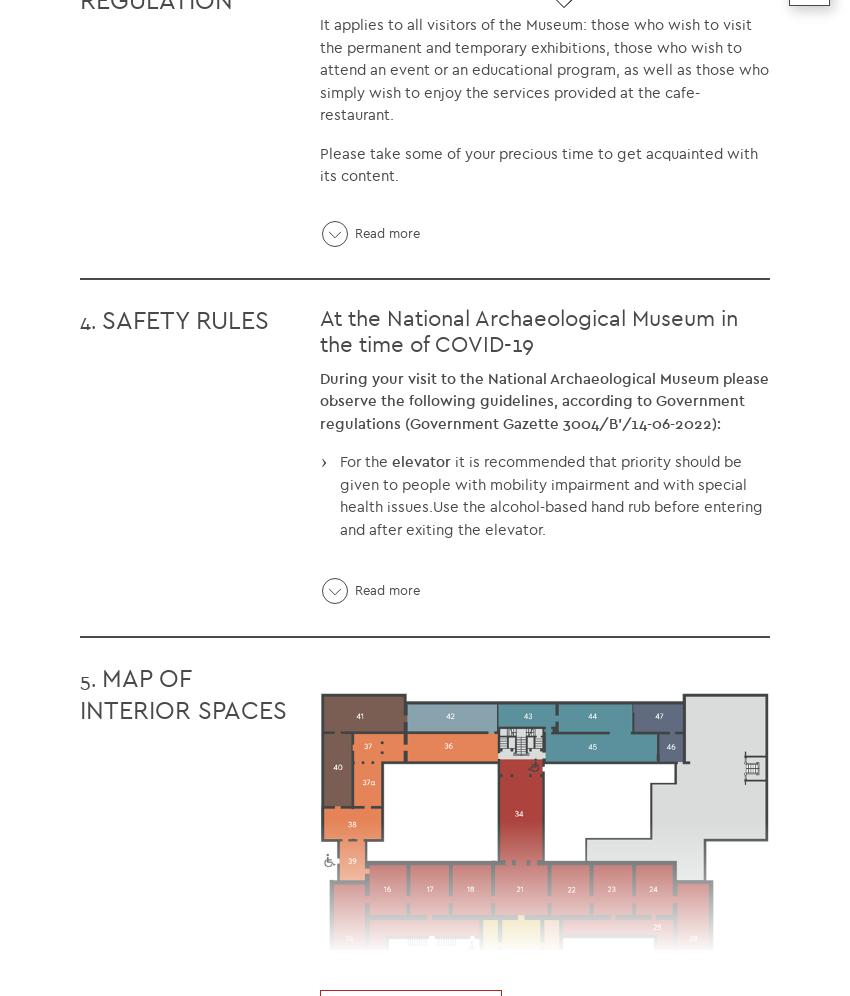 The height and width of the screenshot is (996, 850). What do you see at coordinates (184, 319) in the screenshot?
I see `'SAFETY RULES'` at bounding box center [184, 319].